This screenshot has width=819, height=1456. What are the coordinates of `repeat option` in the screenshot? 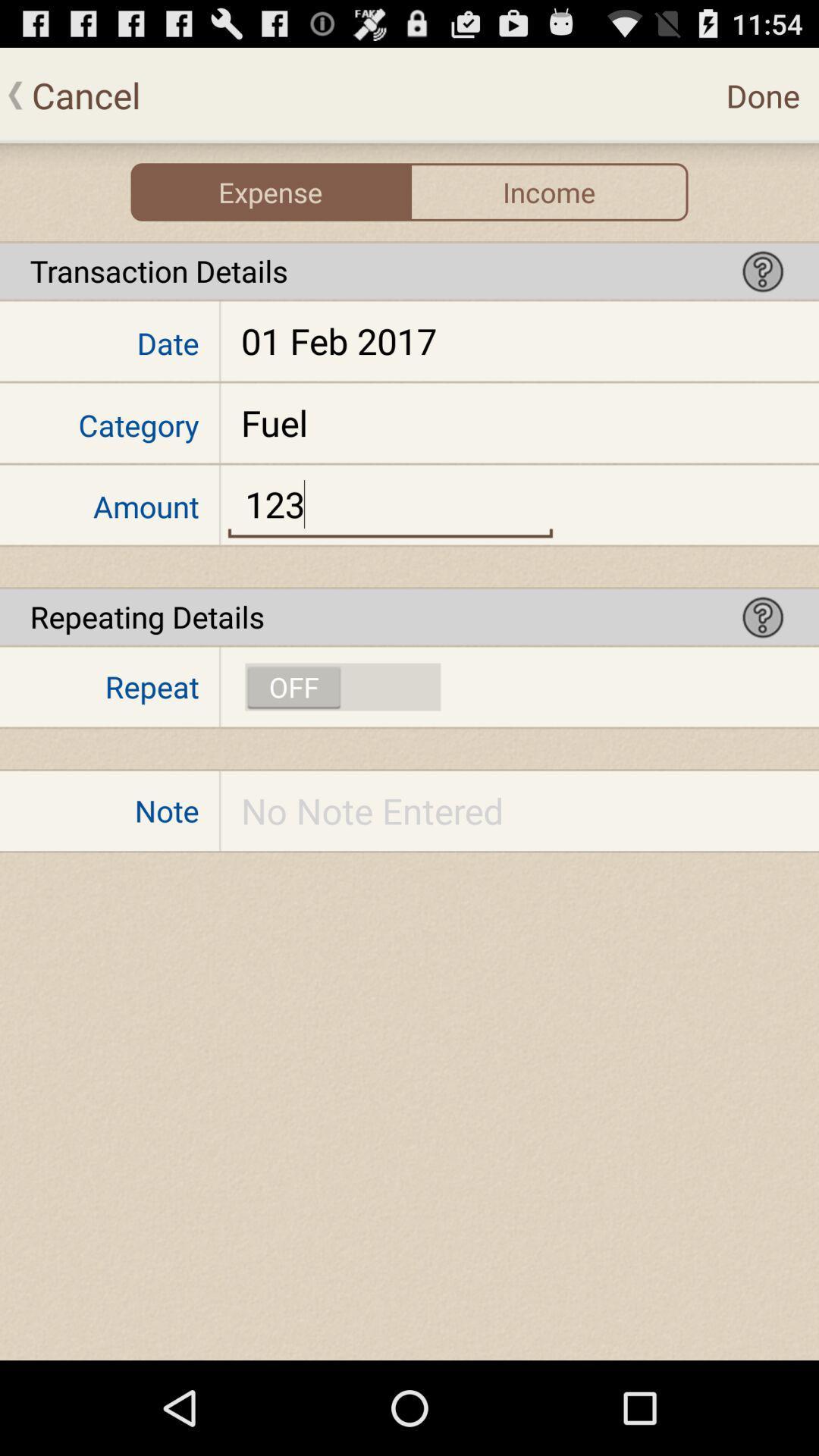 It's located at (343, 686).